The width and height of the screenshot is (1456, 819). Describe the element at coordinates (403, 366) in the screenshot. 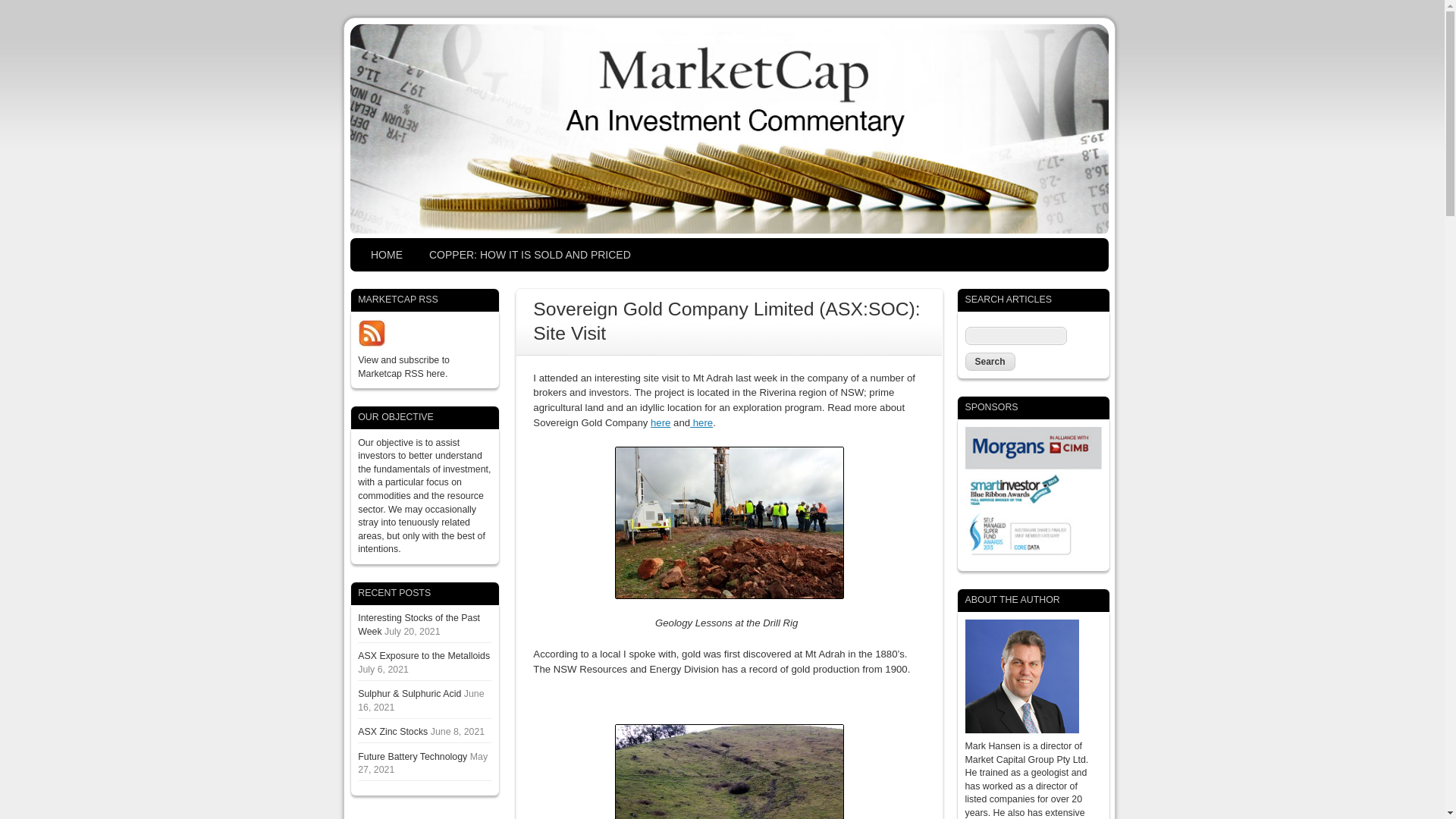

I see `'View and subscribe to Marketcap RSS here.'` at that location.